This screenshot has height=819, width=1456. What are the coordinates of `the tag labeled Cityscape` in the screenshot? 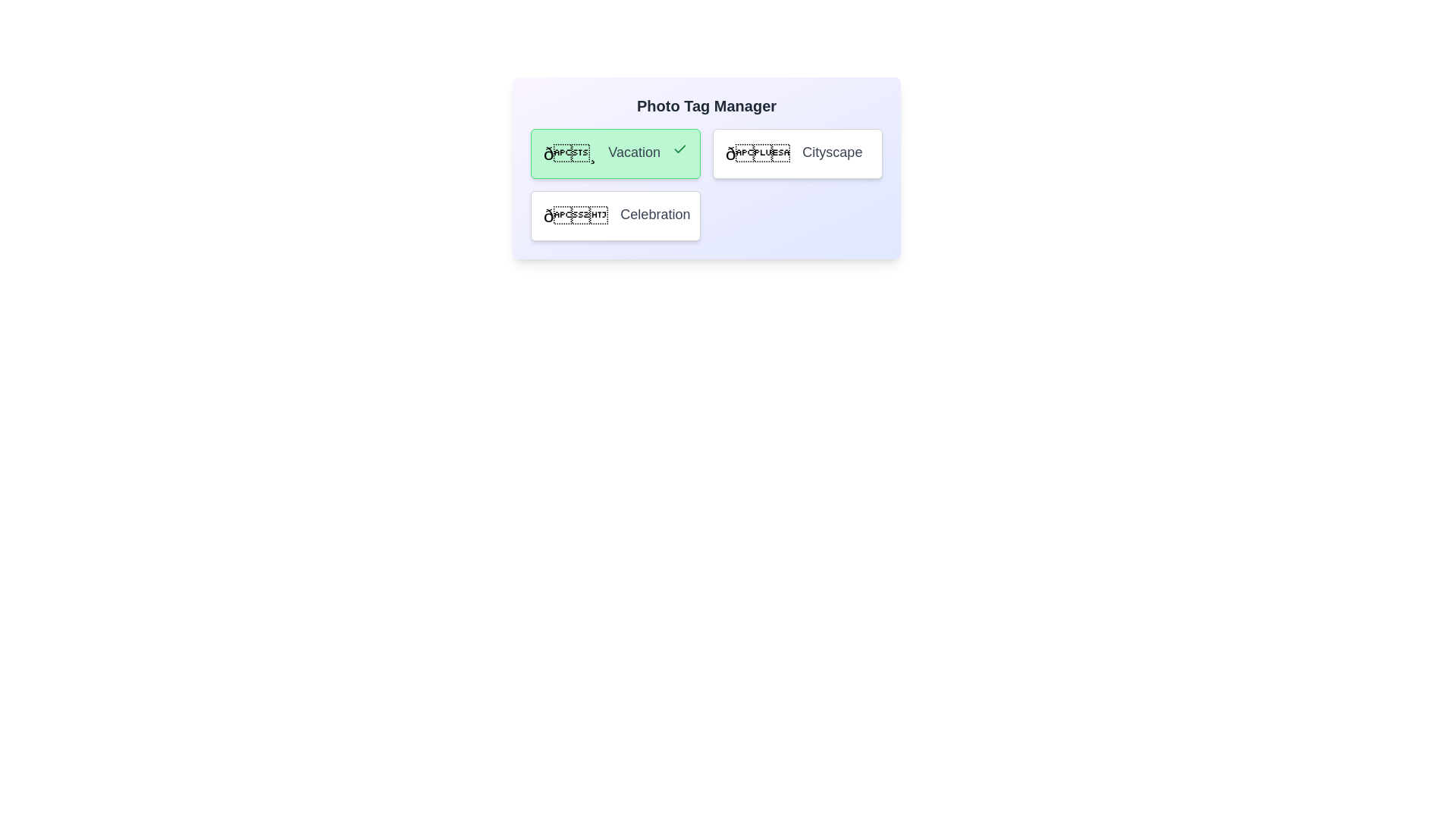 It's located at (796, 154).